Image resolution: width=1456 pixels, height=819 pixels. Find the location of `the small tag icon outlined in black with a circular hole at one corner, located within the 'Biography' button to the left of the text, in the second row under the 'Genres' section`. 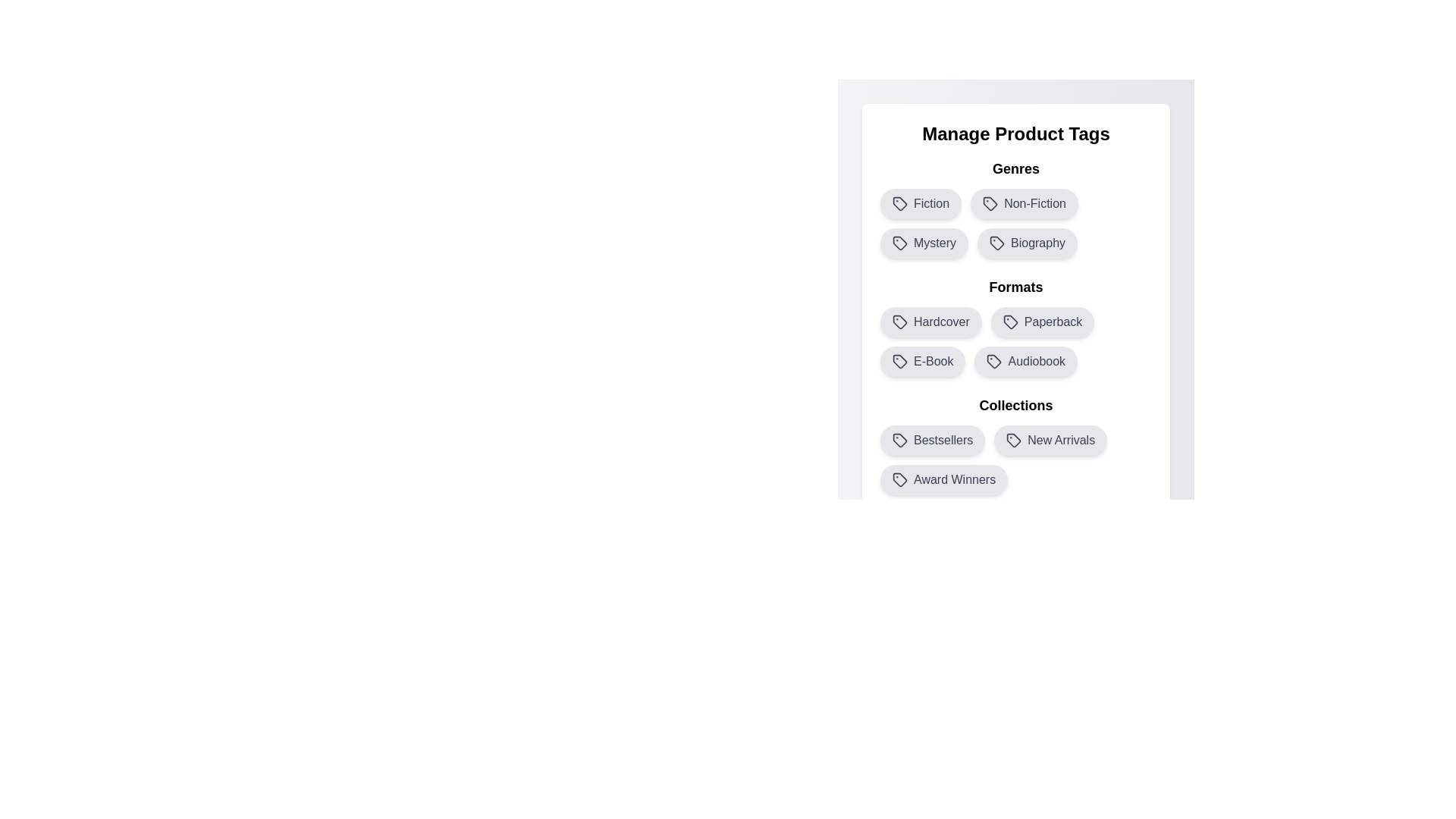

the small tag icon outlined in black with a circular hole at one corner, located within the 'Biography' button to the left of the text, in the second row under the 'Genres' section is located at coordinates (997, 242).